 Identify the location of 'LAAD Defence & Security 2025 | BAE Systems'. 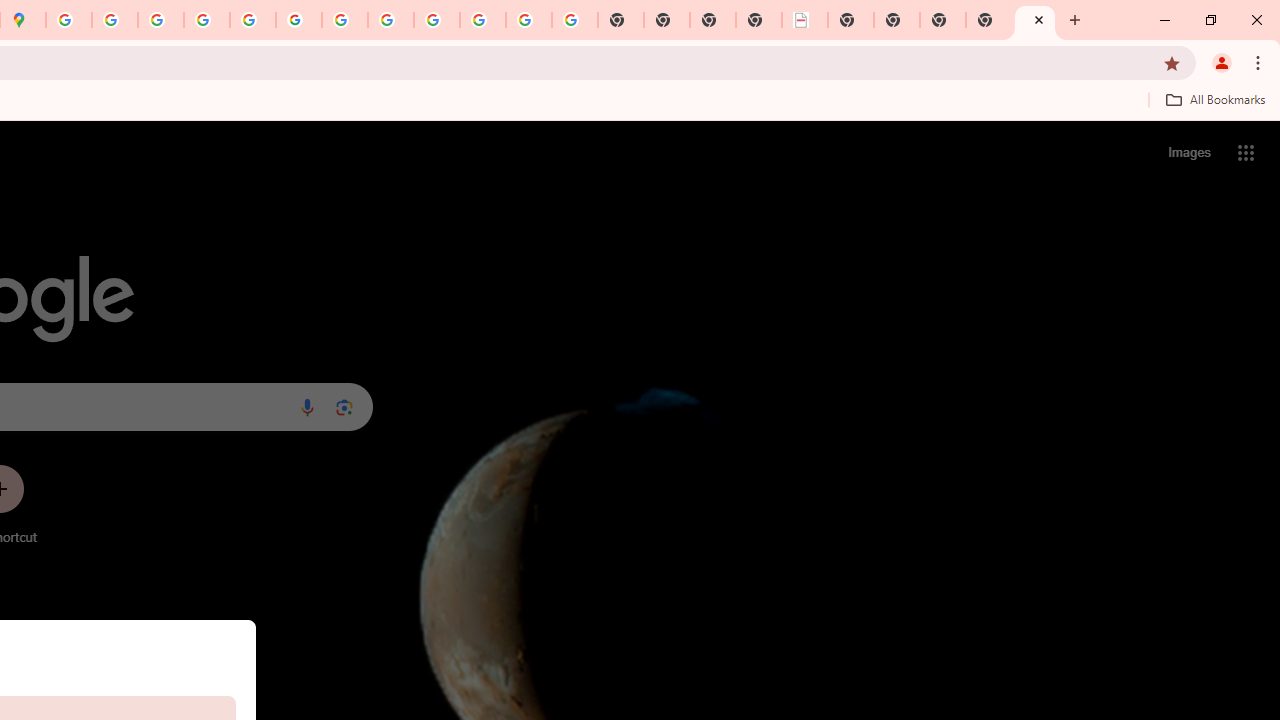
(805, 20).